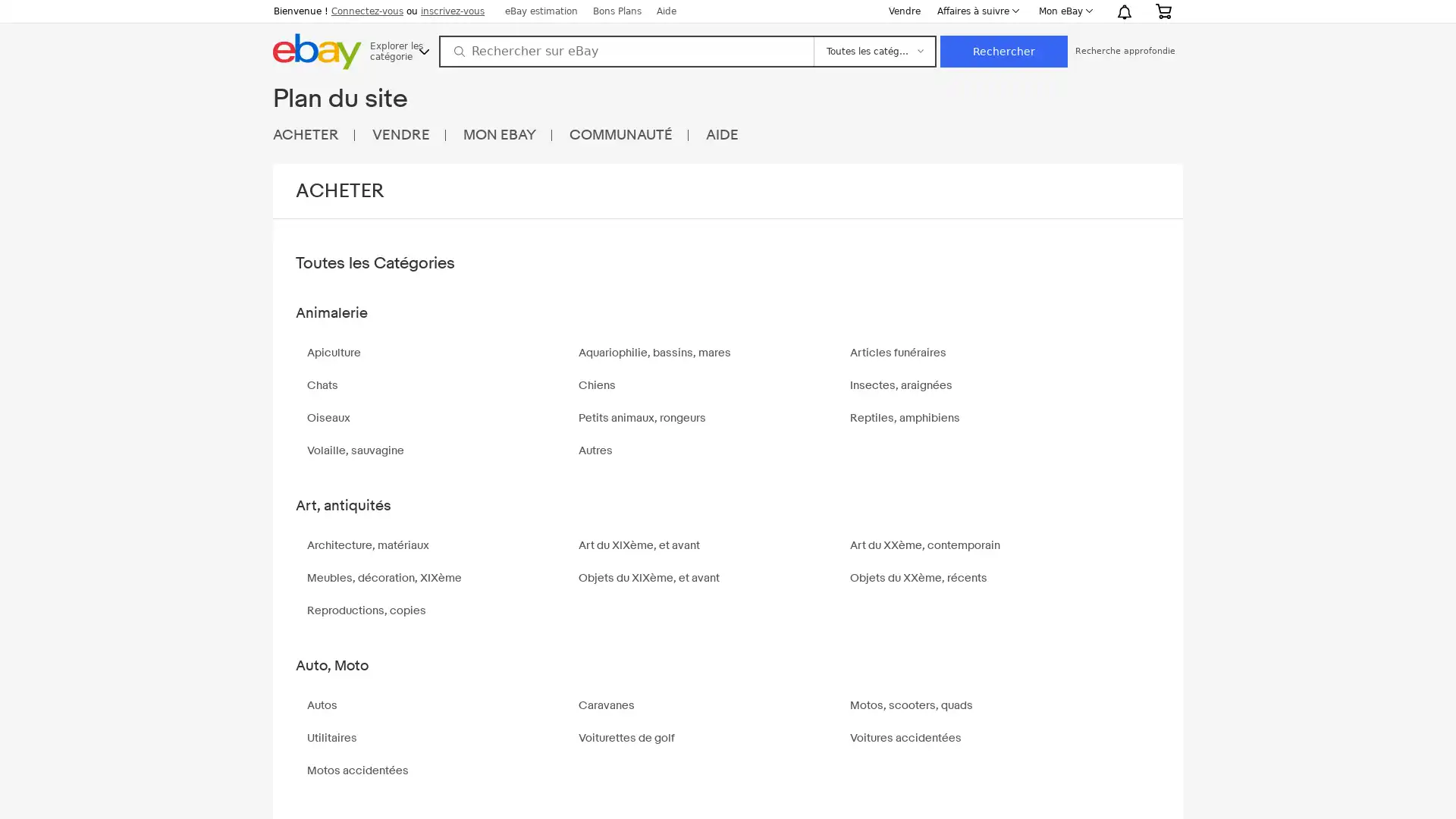 This screenshot has height=819, width=1456. What do you see at coordinates (1124, 11) in the screenshot?
I see `Notification` at bounding box center [1124, 11].